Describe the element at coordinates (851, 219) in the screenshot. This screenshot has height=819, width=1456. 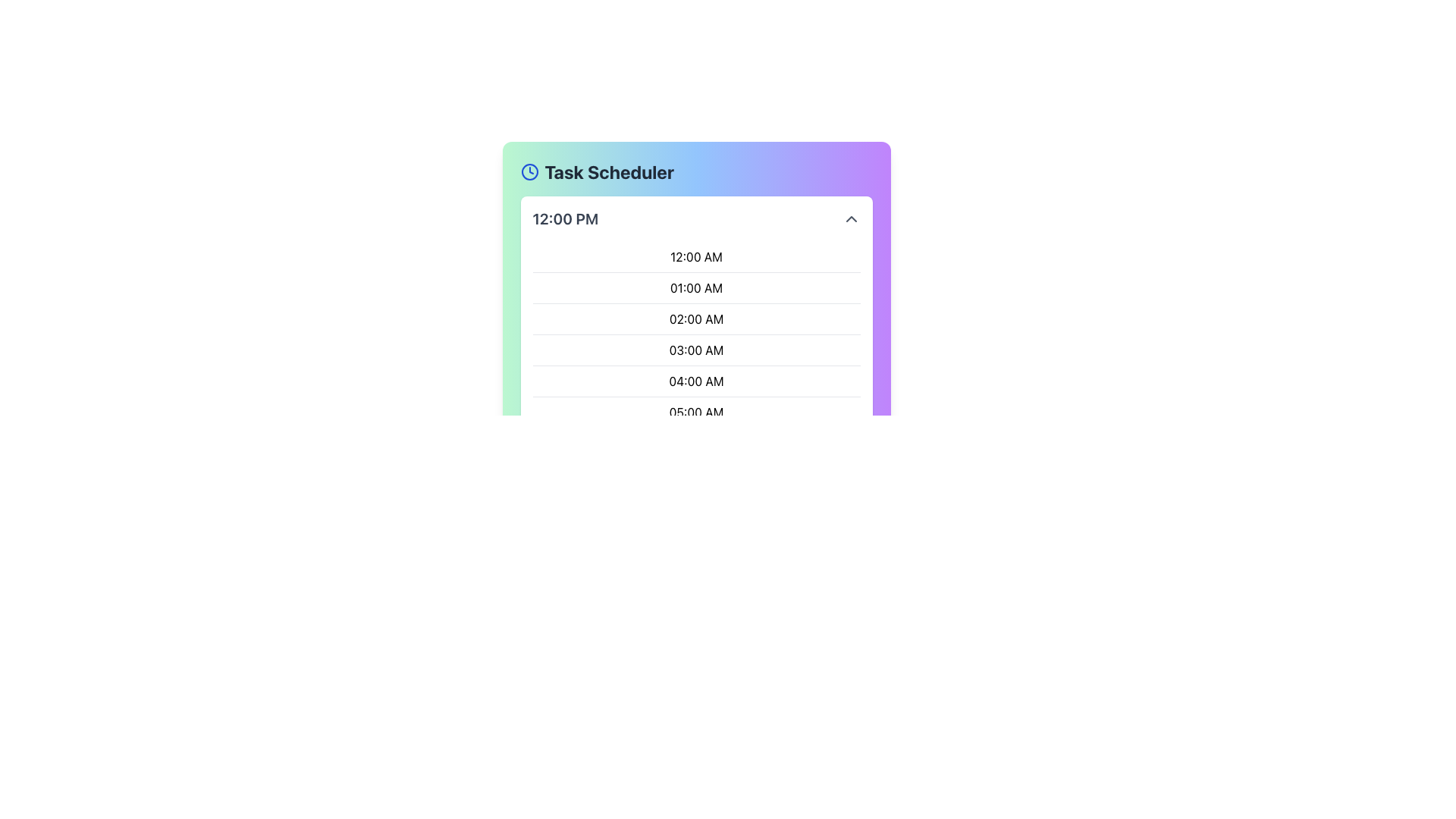
I see `the increment button located at the far-right end of the horizontal bar displaying '12:00 PM' to interact with it` at that location.